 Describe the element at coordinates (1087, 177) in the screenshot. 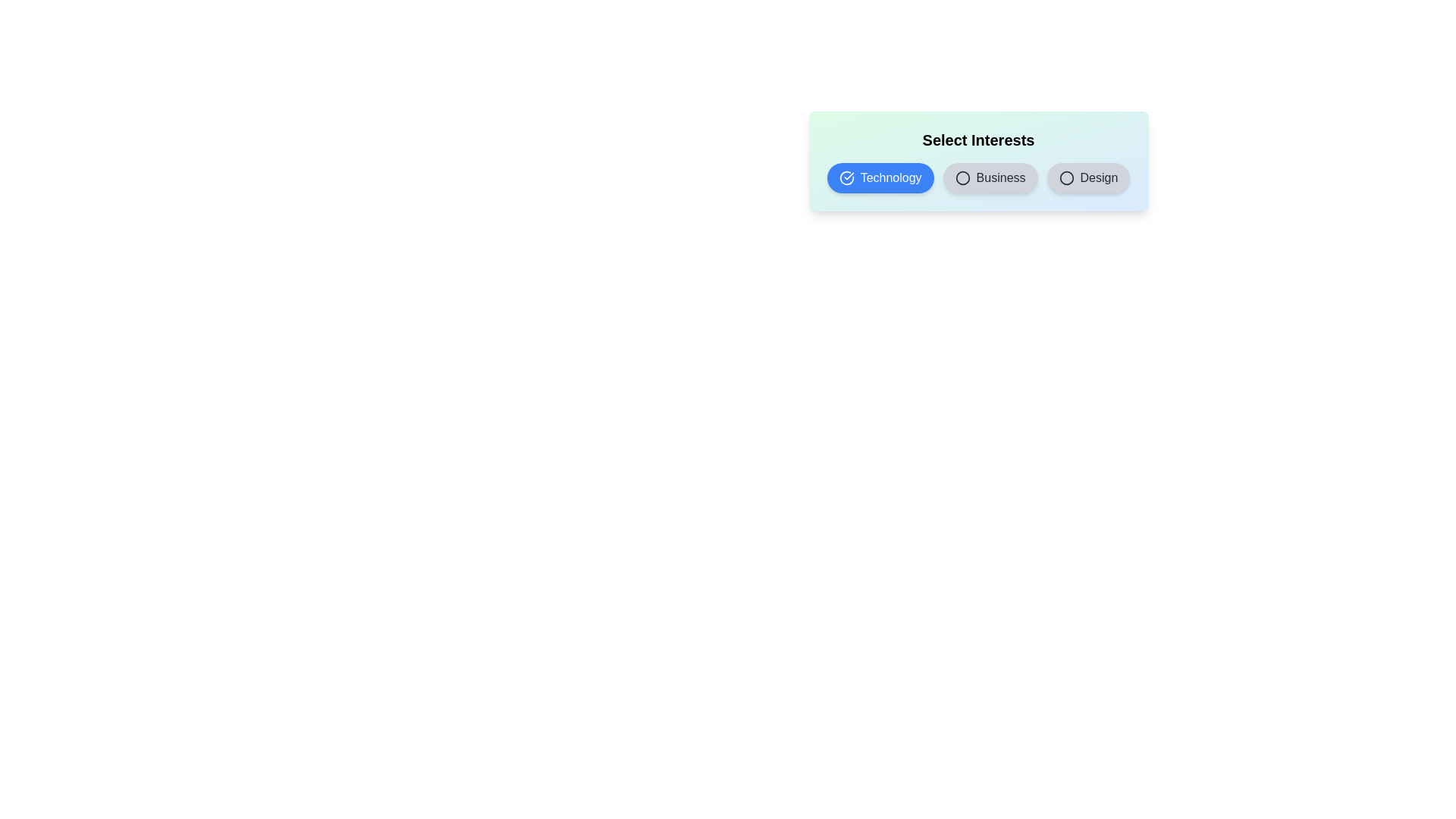

I see `the tag Design` at that location.